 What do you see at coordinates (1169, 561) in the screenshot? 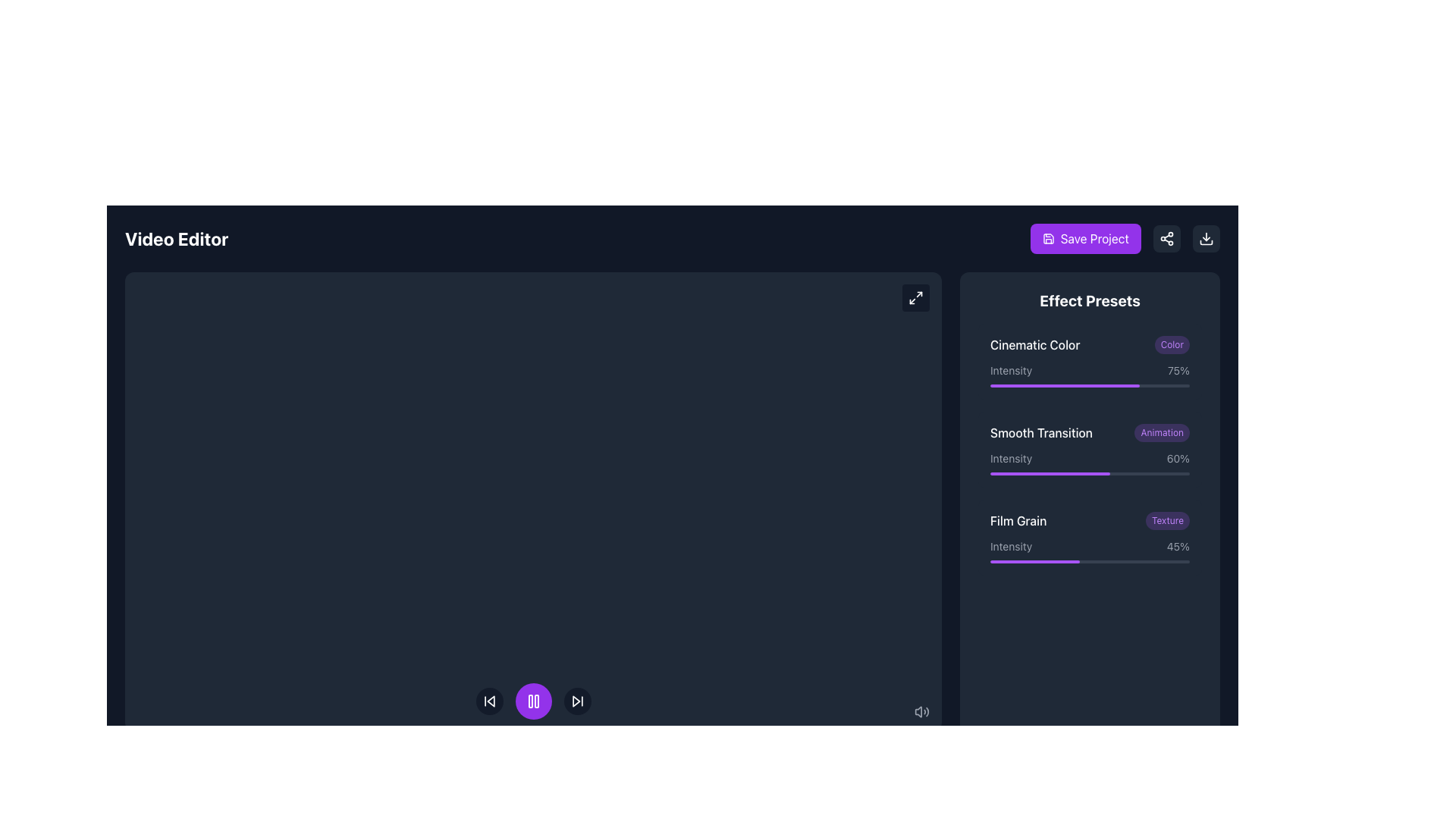
I see `the intensity slider` at bounding box center [1169, 561].